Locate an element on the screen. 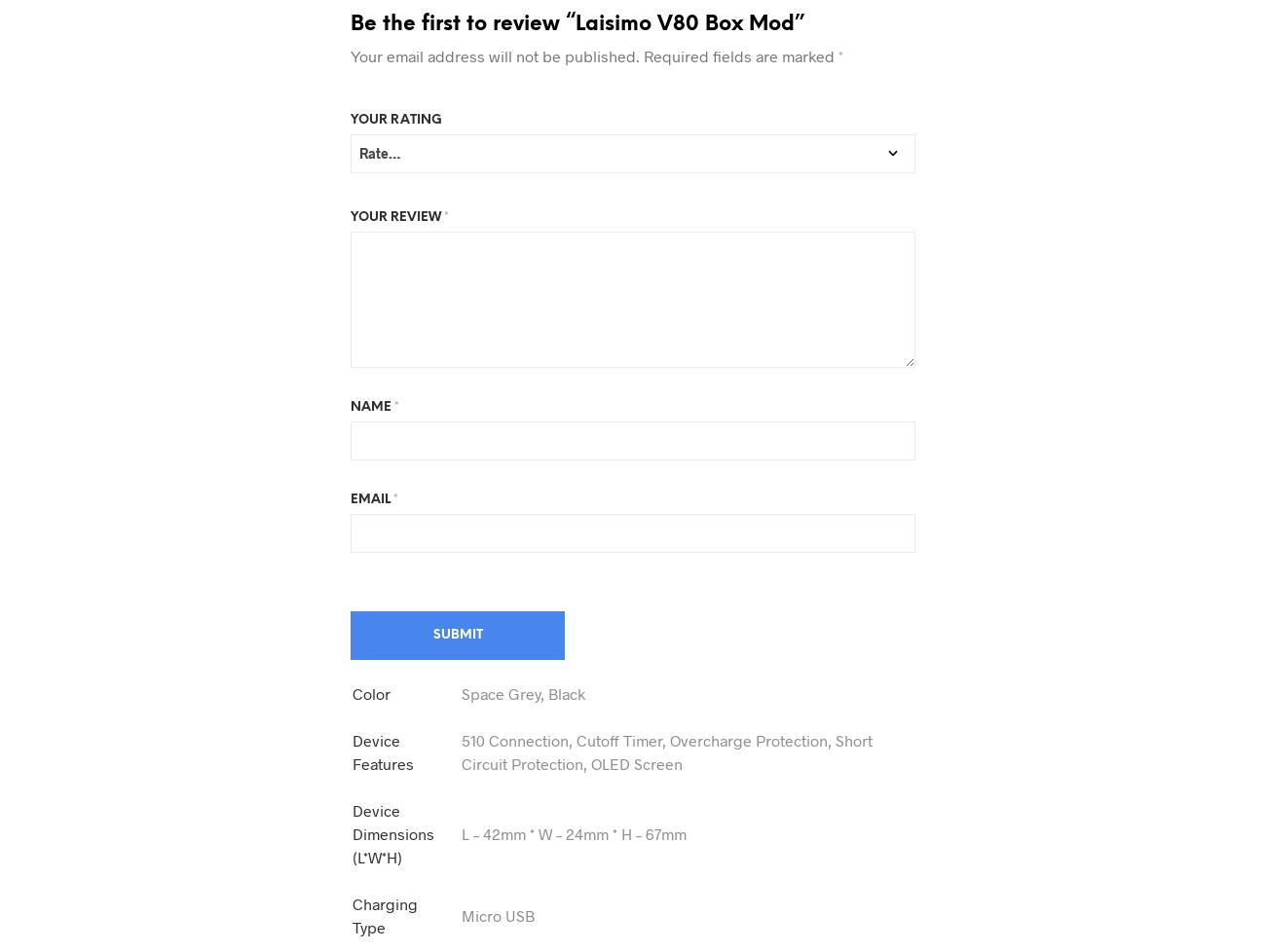 This screenshot has width=1266, height=952. 'Email' is located at coordinates (371, 498).